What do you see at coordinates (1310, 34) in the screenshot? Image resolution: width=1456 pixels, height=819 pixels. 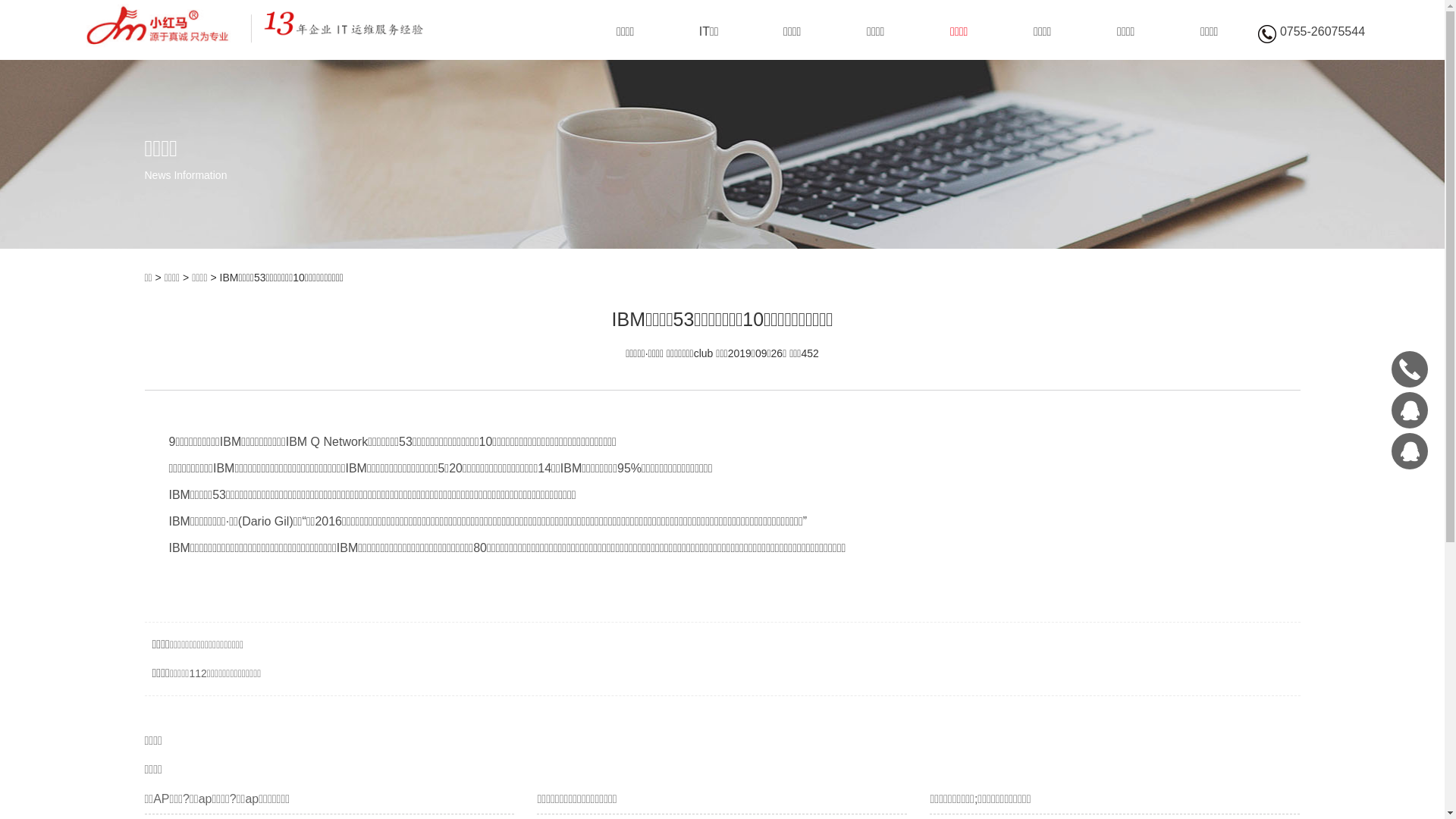 I see `'0755-26075544'` at bounding box center [1310, 34].